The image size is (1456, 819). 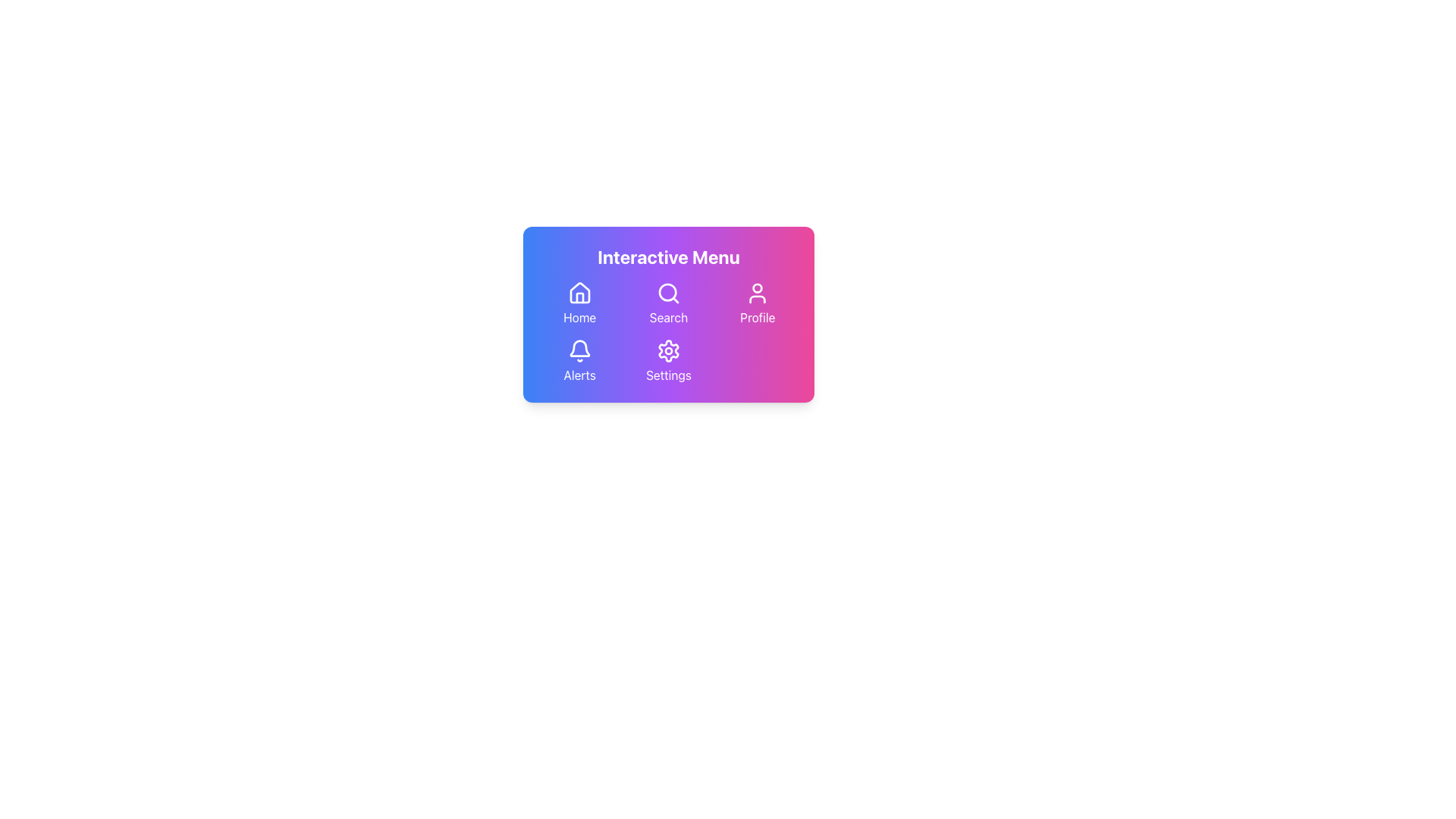 What do you see at coordinates (668, 362) in the screenshot?
I see `the 'Settings' button located` at bounding box center [668, 362].